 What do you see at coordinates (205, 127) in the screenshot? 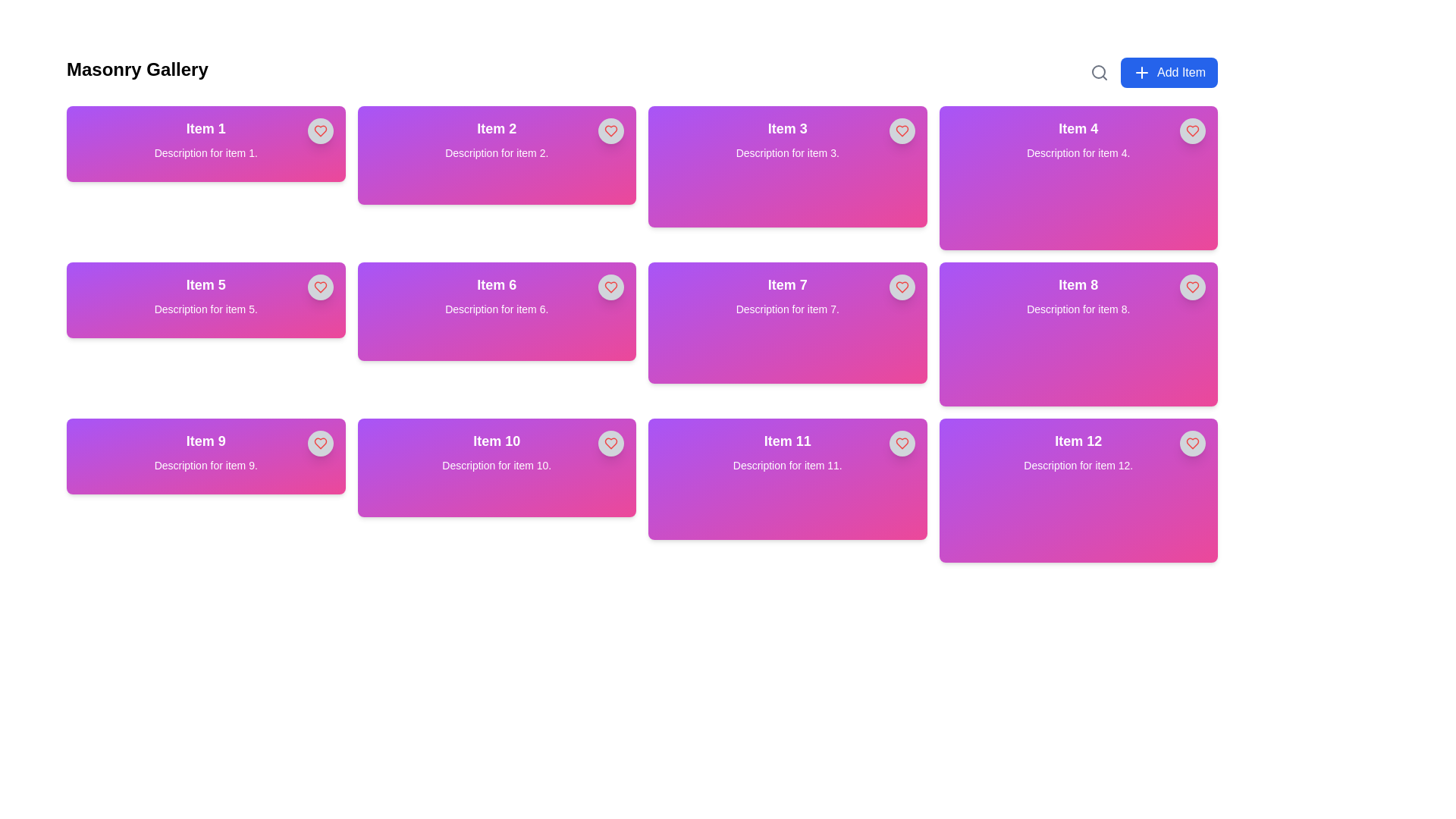
I see `the text label displaying 'Item 1' which is prominently styled and located at the top-center of the first card in the gallery grid layout` at bounding box center [205, 127].